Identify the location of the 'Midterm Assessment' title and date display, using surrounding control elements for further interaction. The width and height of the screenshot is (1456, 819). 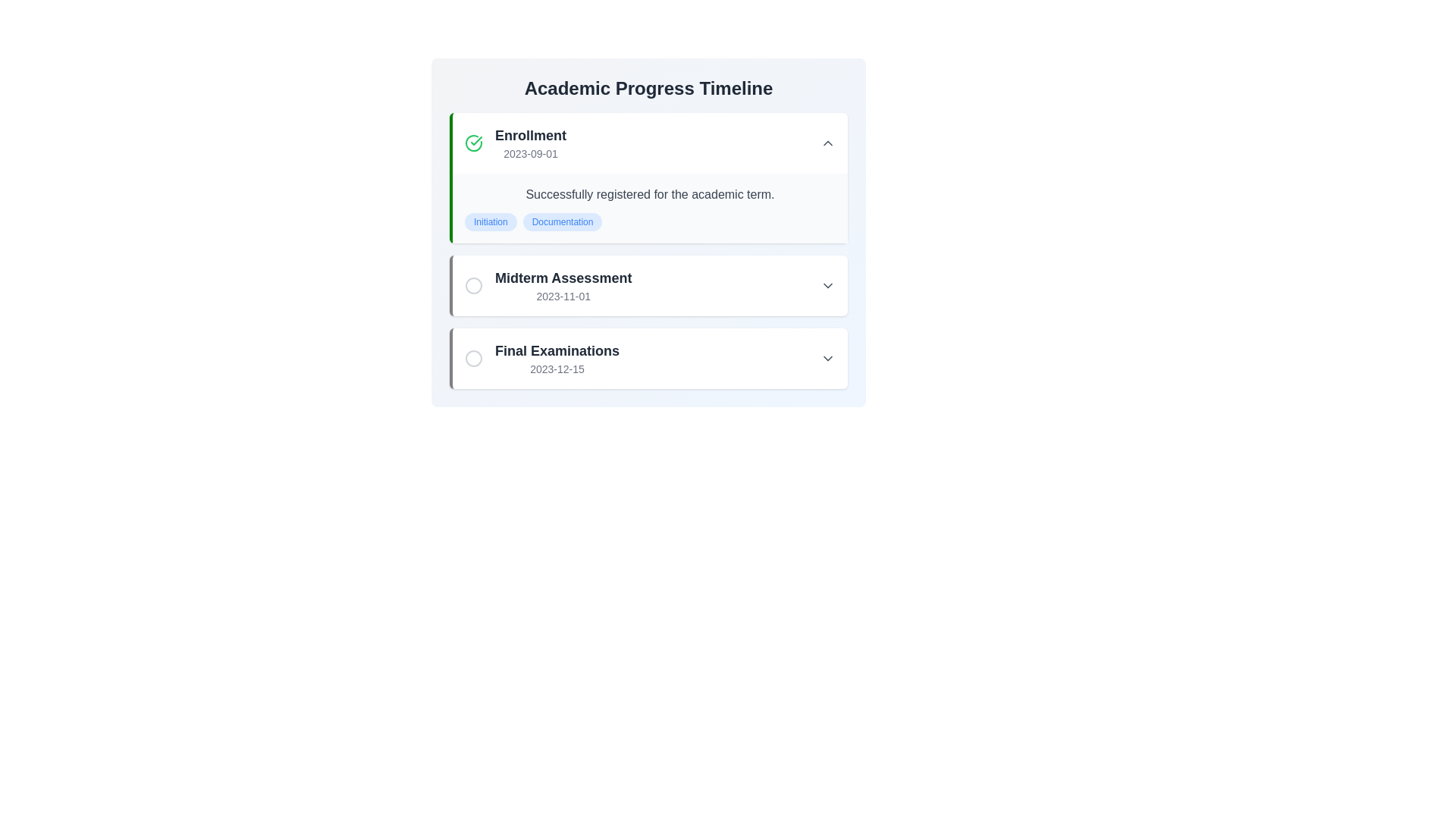
(563, 286).